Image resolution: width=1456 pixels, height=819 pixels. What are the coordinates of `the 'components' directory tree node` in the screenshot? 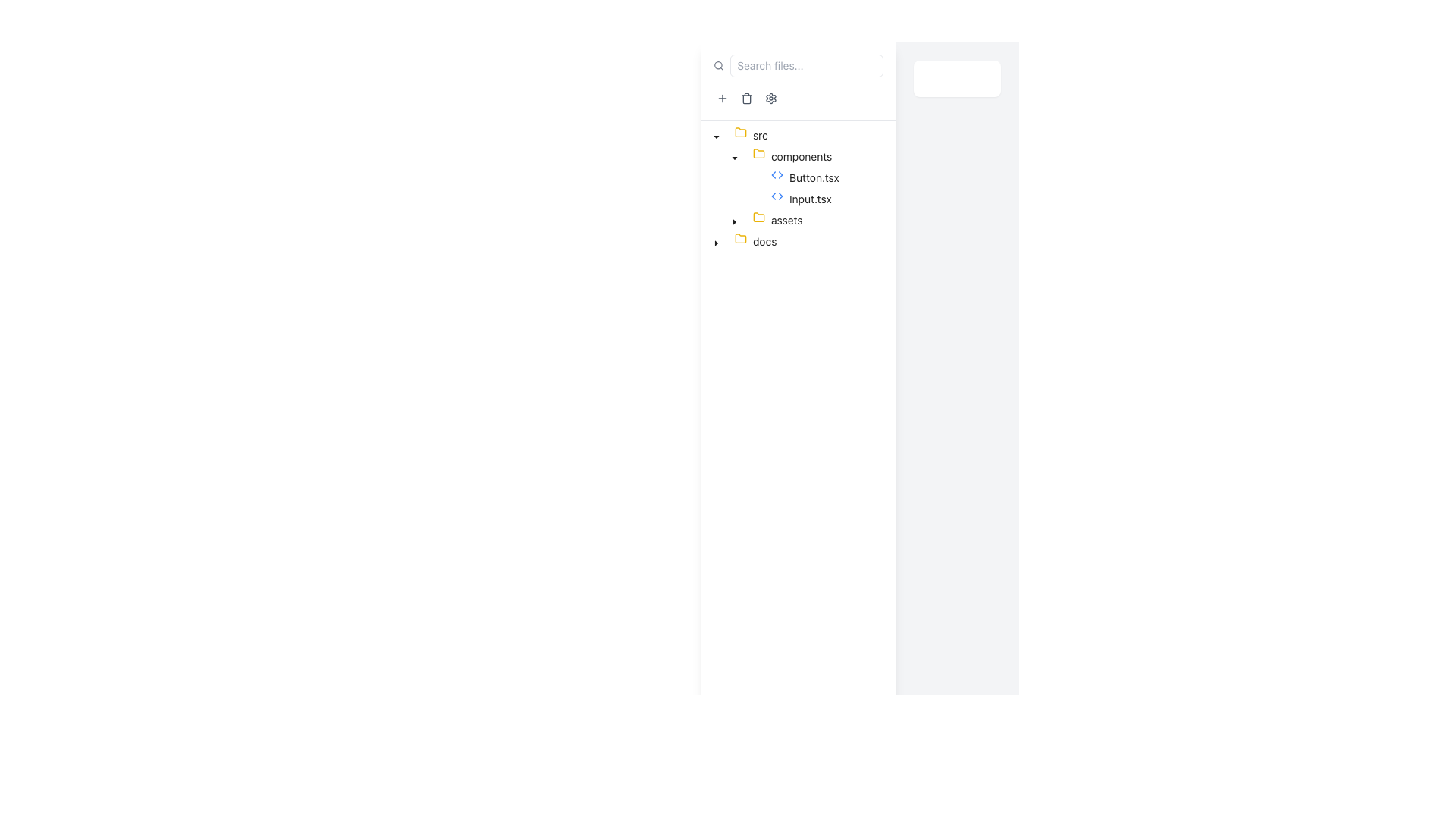 It's located at (773, 157).